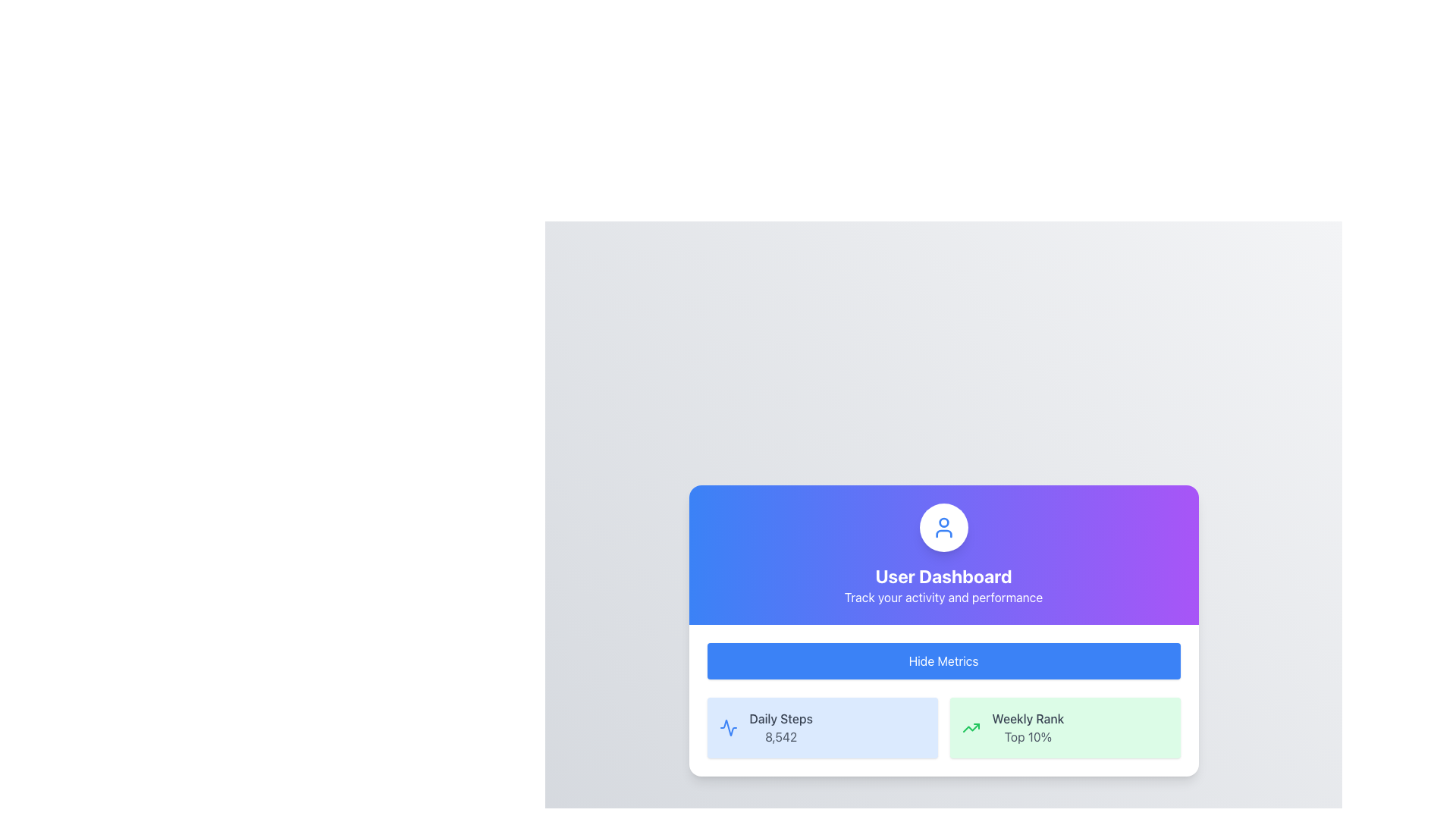 This screenshot has height=819, width=1456. I want to click on the SVG circle element that represents the head of the user icon located at the top-center of the main card component, so click(943, 522).